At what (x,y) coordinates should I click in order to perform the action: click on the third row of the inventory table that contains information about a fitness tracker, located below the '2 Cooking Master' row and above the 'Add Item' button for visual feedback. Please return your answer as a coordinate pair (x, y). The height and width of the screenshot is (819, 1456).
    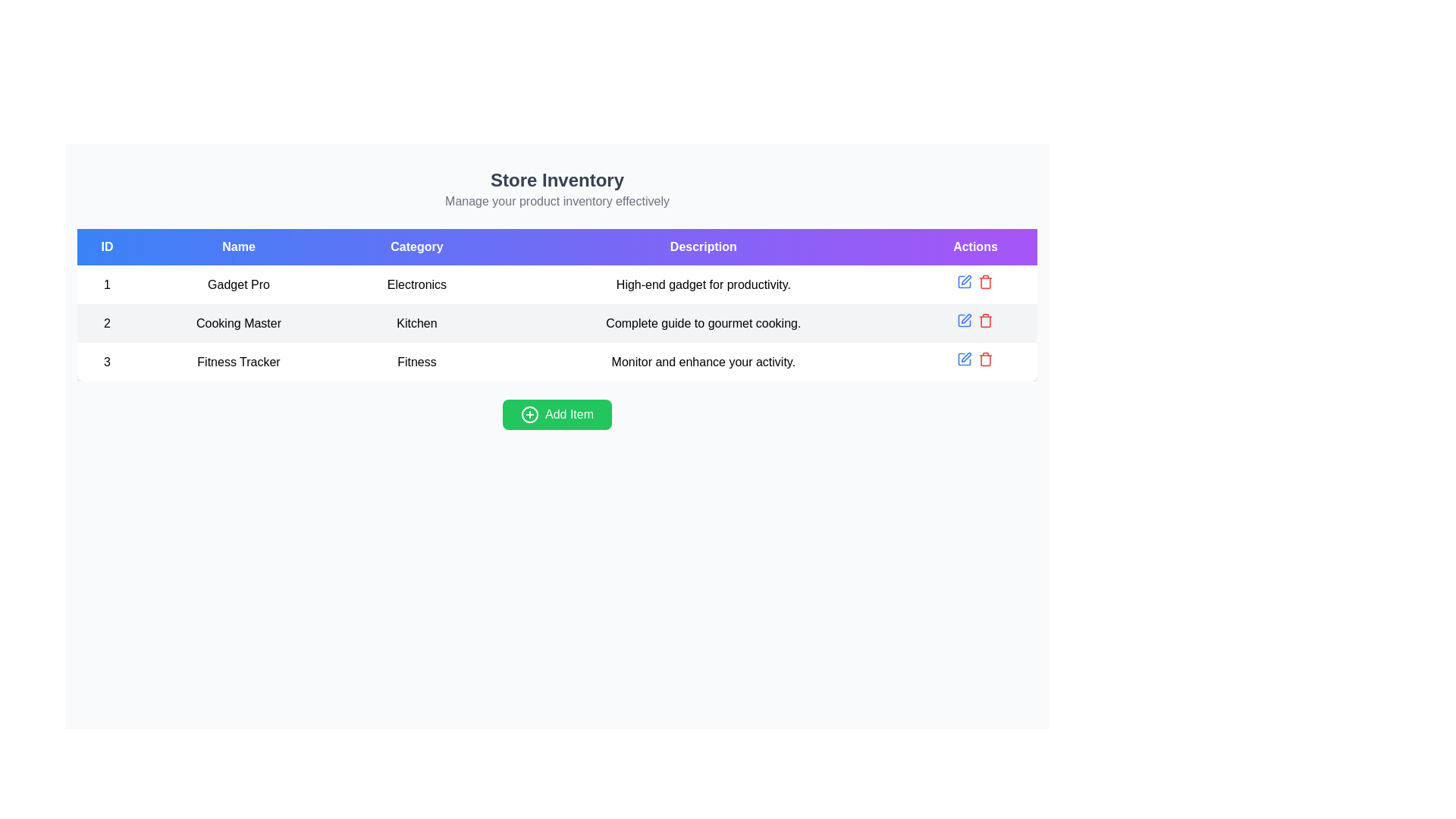
    Looking at the image, I should click on (556, 362).